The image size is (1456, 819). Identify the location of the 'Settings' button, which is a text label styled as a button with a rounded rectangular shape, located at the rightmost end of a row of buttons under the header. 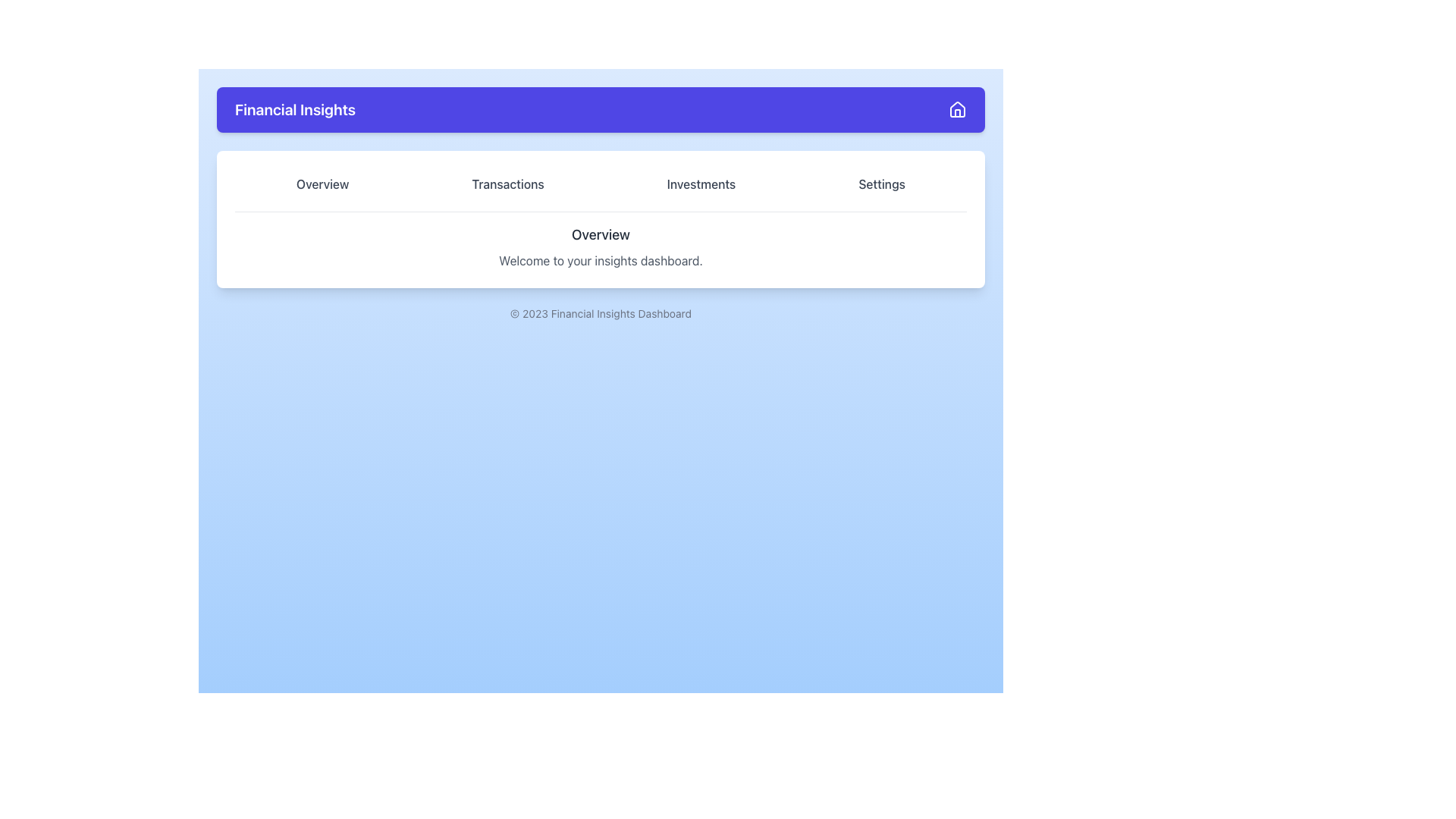
(882, 184).